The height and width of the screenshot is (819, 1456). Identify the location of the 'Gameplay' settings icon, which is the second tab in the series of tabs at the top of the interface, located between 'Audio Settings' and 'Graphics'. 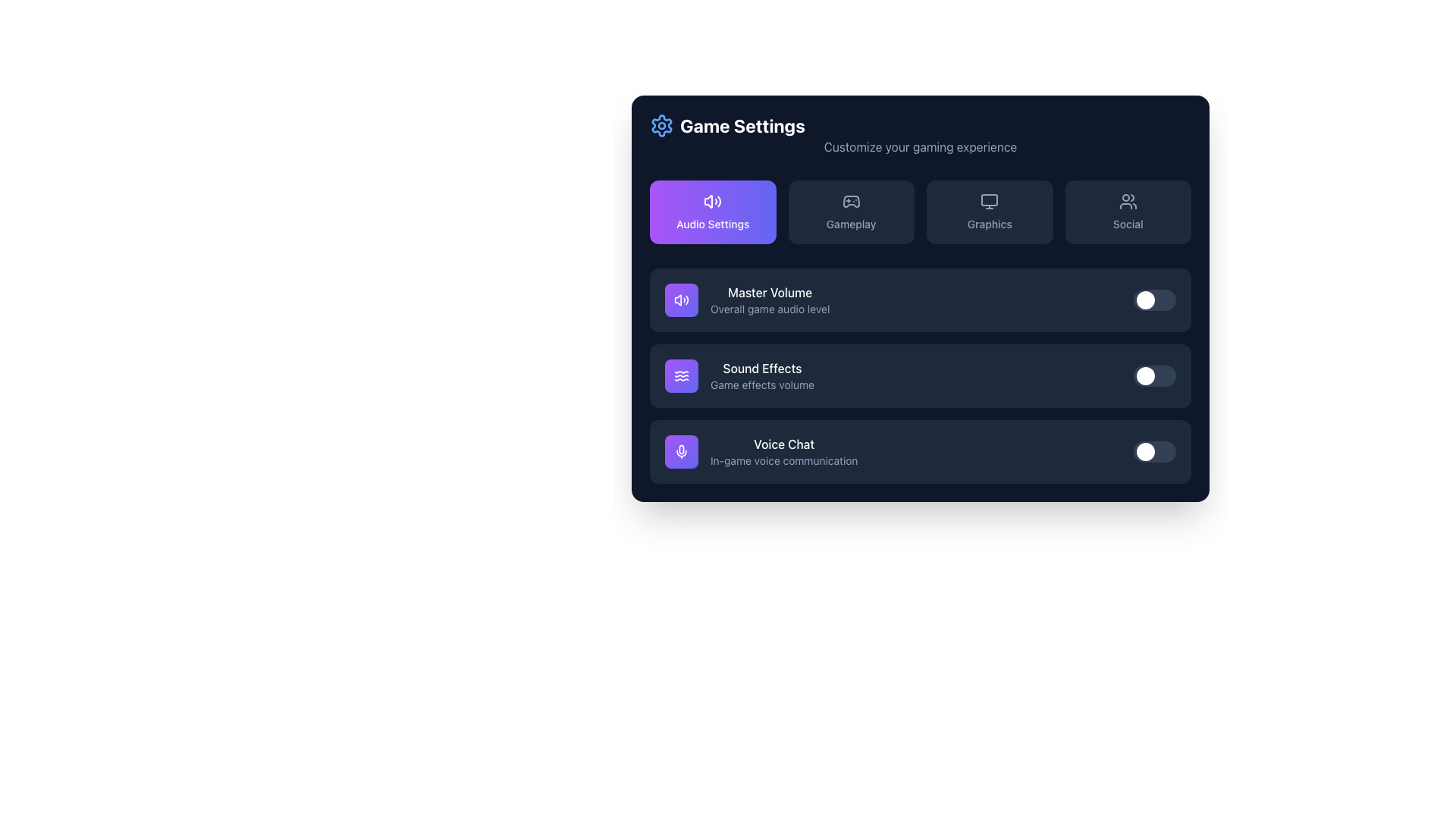
(851, 201).